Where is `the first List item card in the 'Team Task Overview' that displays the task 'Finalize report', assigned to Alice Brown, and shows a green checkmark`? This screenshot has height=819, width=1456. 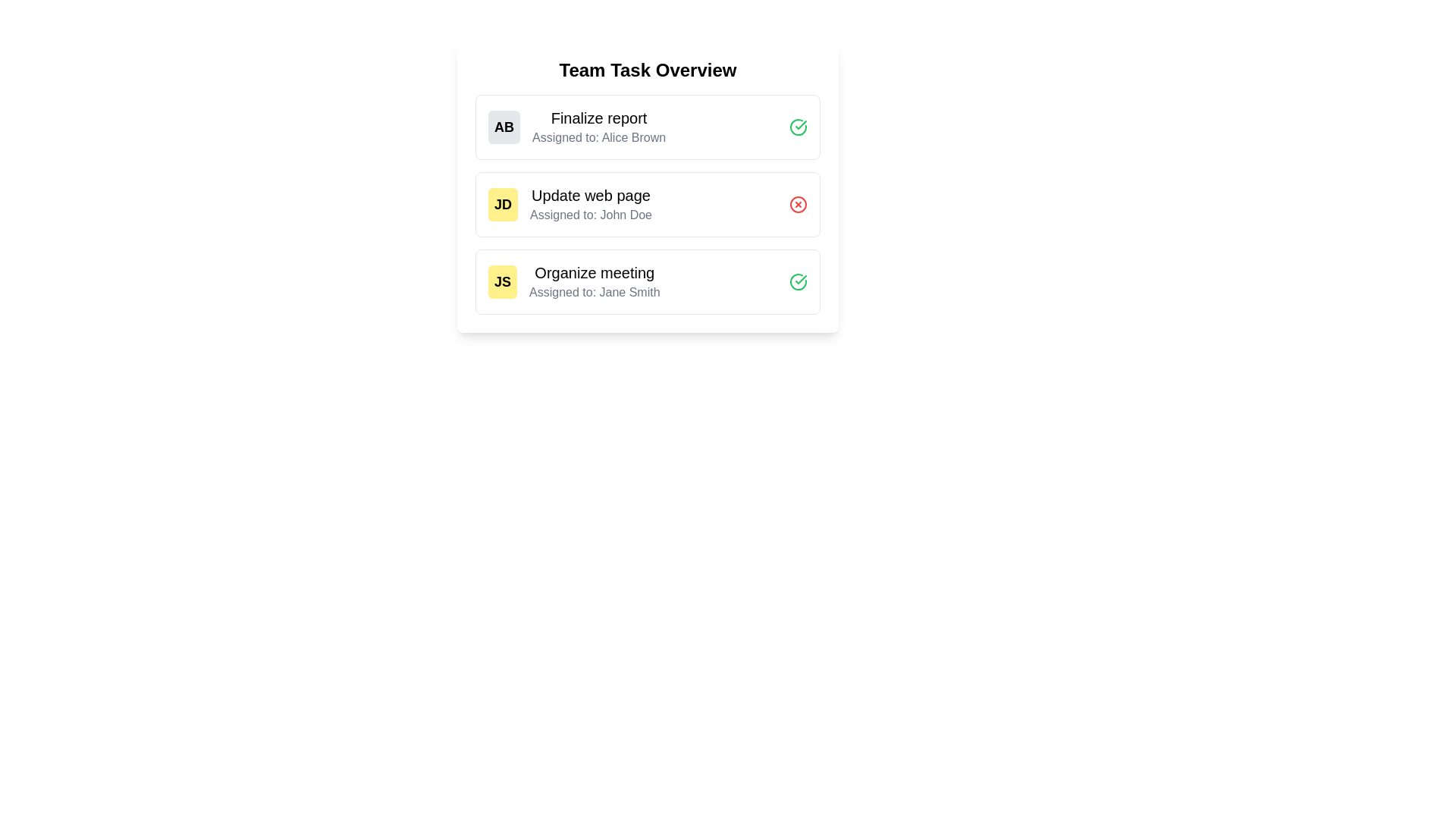 the first List item card in the 'Team Task Overview' that displays the task 'Finalize report', assigned to Alice Brown, and shows a green checkmark is located at coordinates (648, 127).